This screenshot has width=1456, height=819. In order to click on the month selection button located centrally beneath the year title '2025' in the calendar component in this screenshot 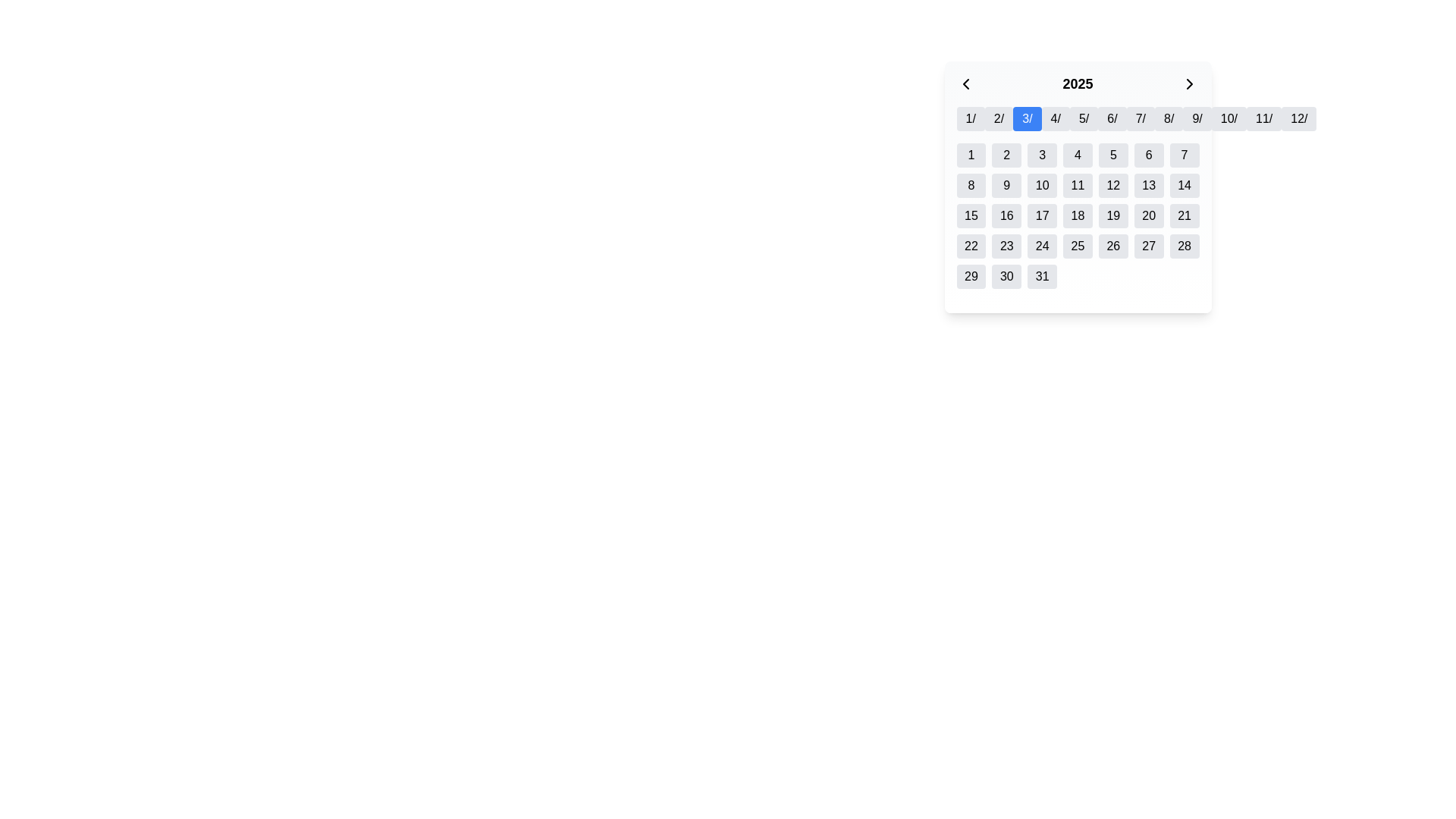, I will do `click(1077, 124)`.